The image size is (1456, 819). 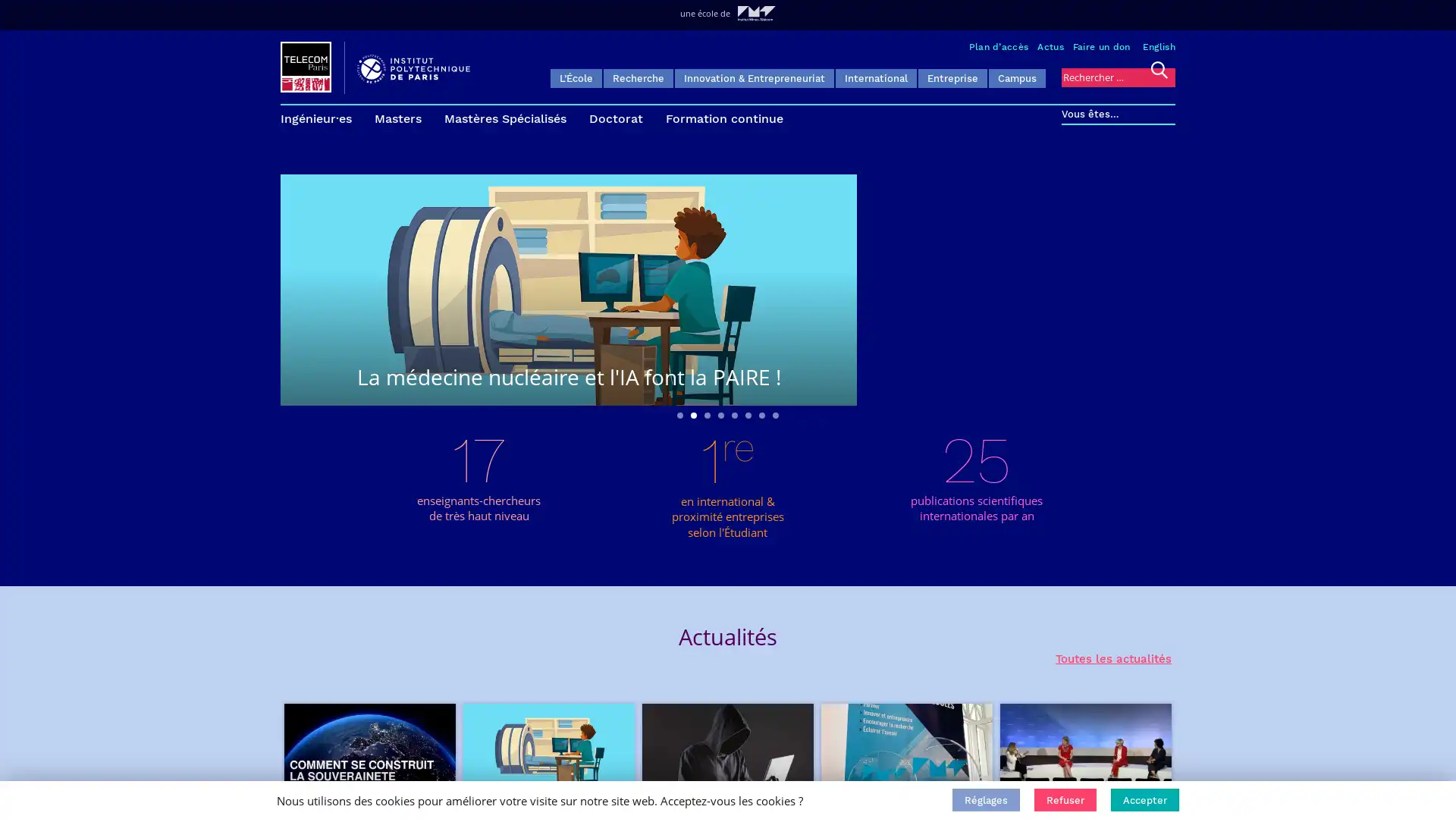 What do you see at coordinates (986, 799) in the screenshot?
I see `Reglages` at bounding box center [986, 799].